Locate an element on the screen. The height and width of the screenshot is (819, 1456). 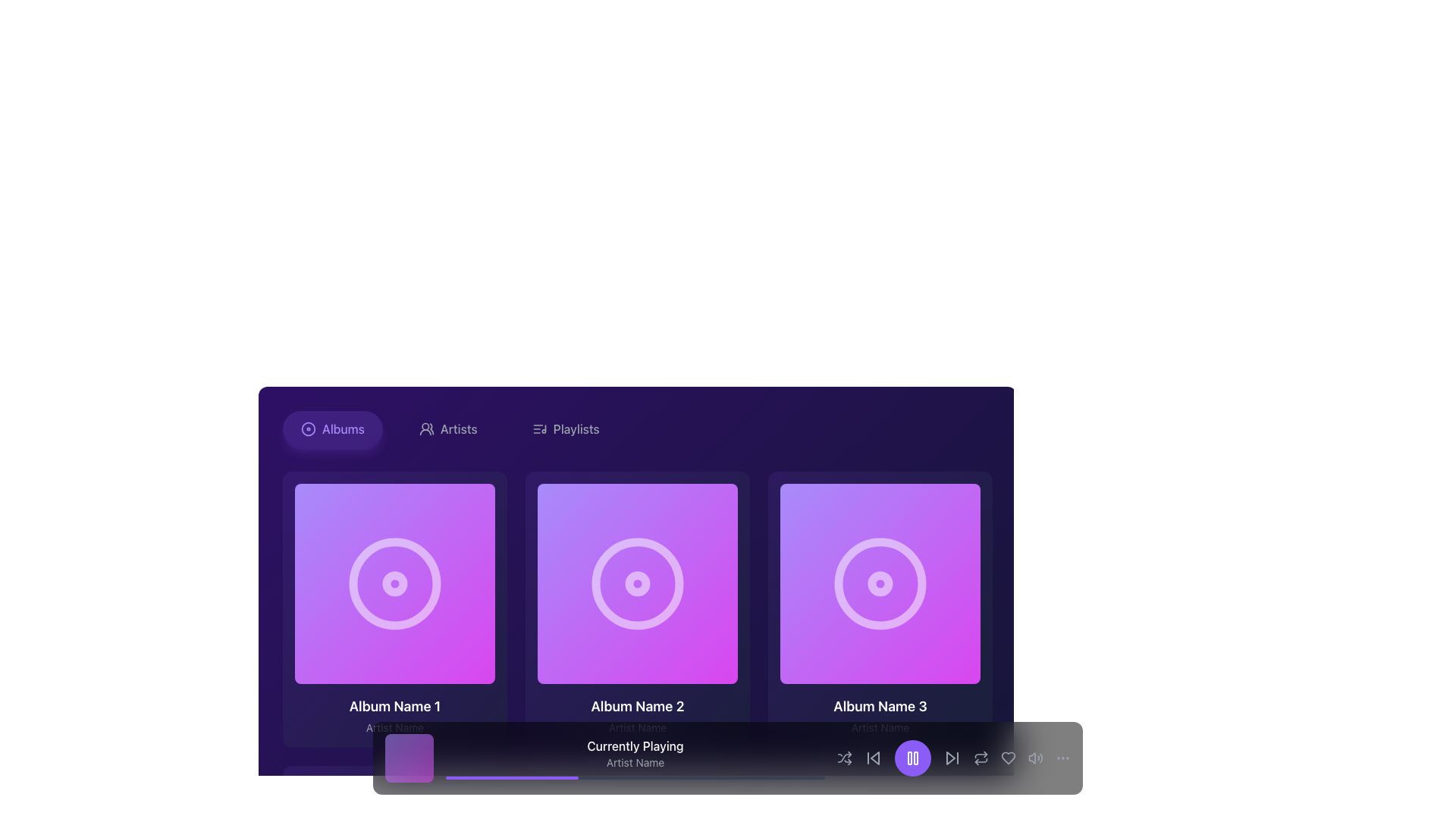
the slider is located at coordinates (635, 778).